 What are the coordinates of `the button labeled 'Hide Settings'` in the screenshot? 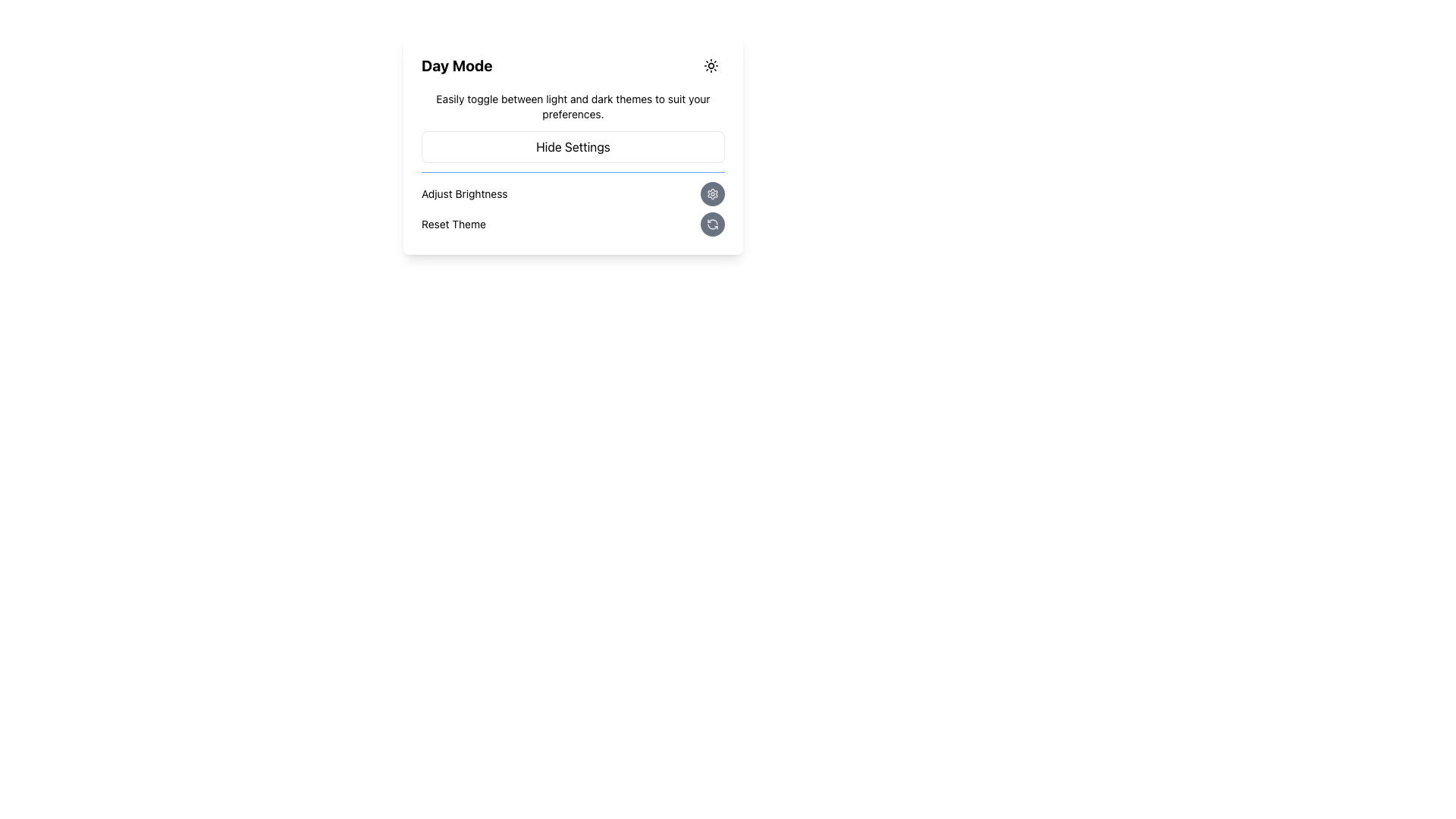 It's located at (572, 146).